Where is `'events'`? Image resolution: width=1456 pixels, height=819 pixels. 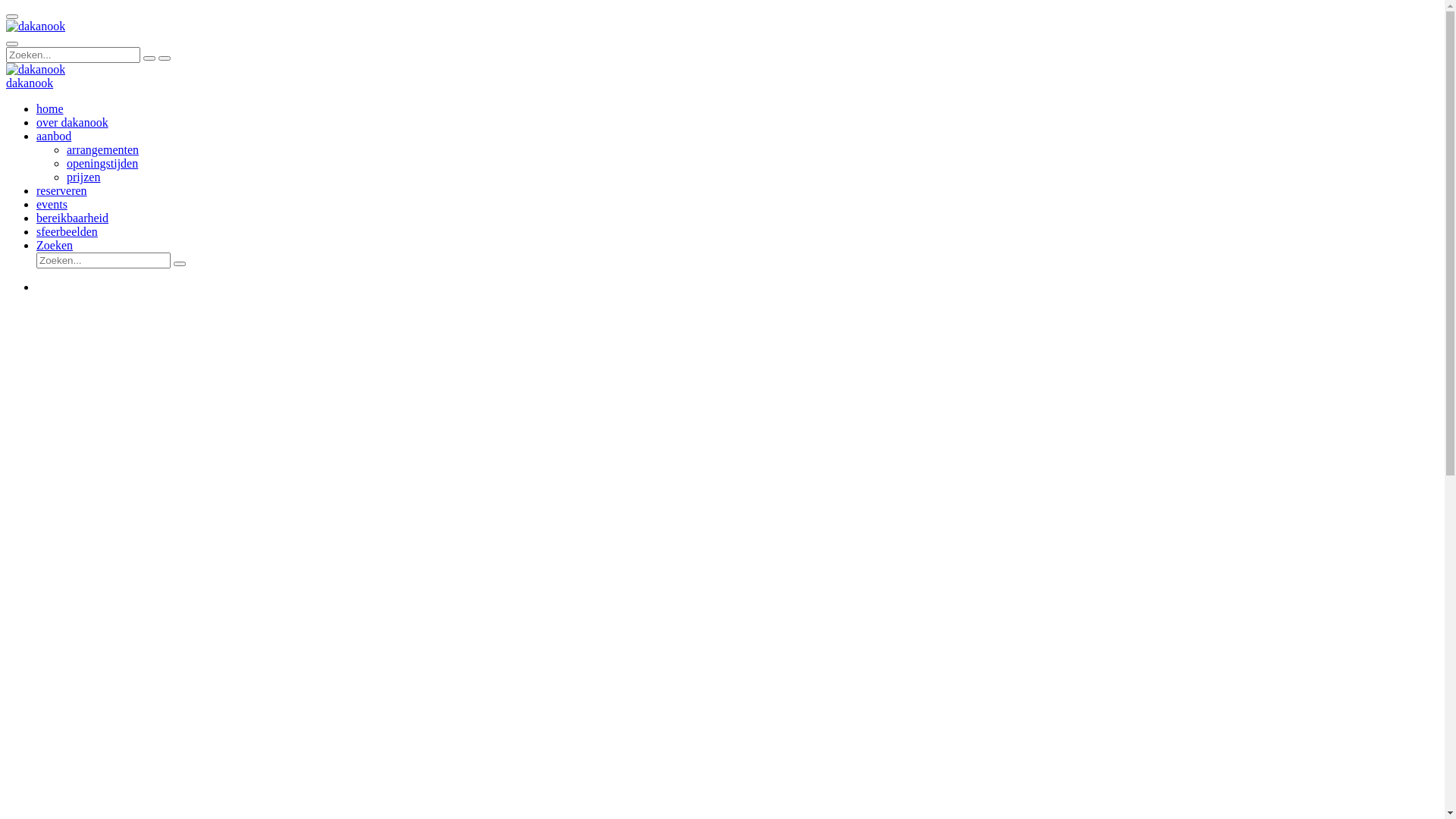
'events' is located at coordinates (36, 203).